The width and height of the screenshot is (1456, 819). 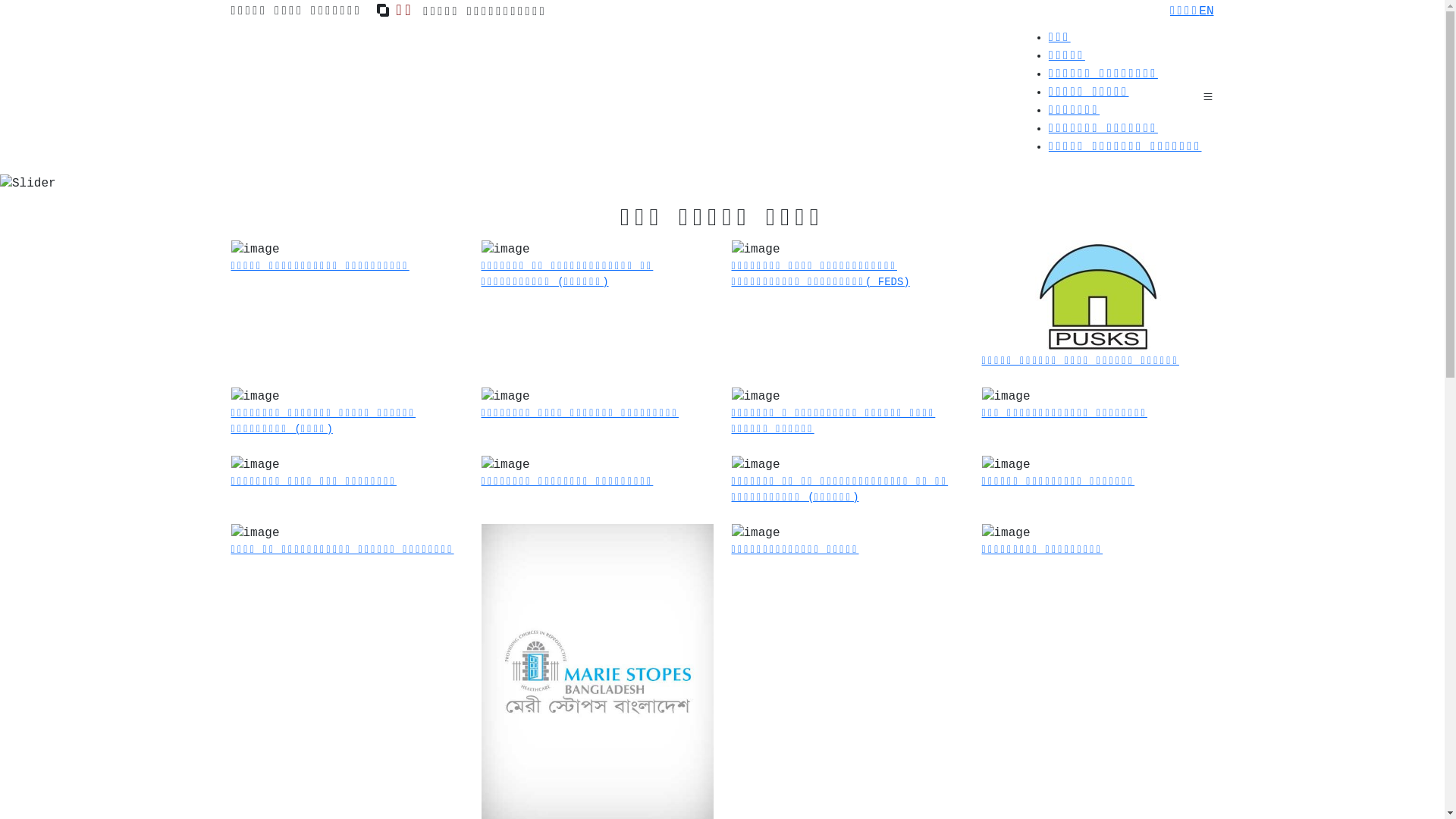 What do you see at coordinates (1197, 11) in the screenshot?
I see `'EN'` at bounding box center [1197, 11].